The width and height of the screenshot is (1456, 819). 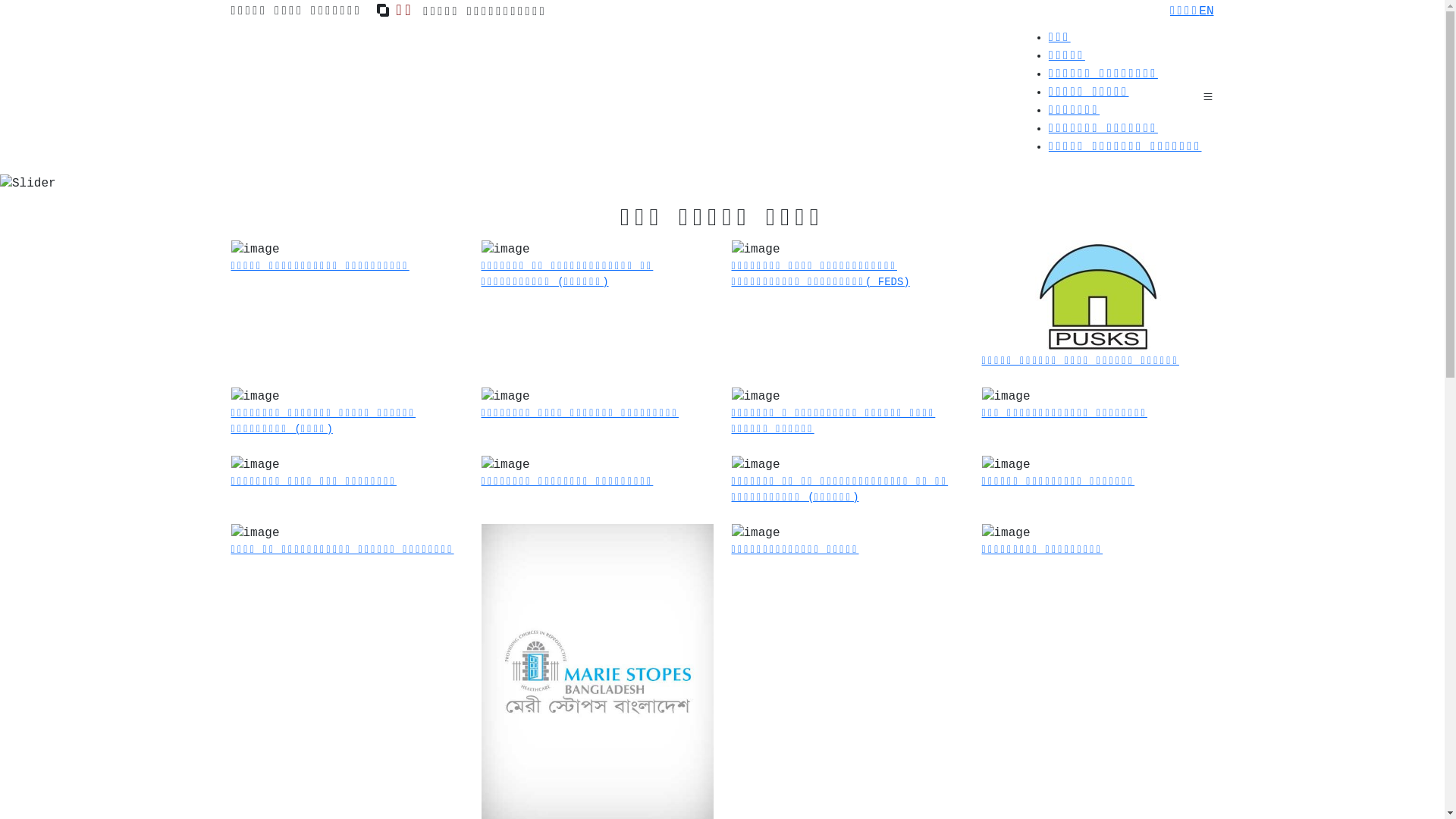 What do you see at coordinates (1197, 11) in the screenshot?
I see `'EN'` at bounding box center [1197, 11].